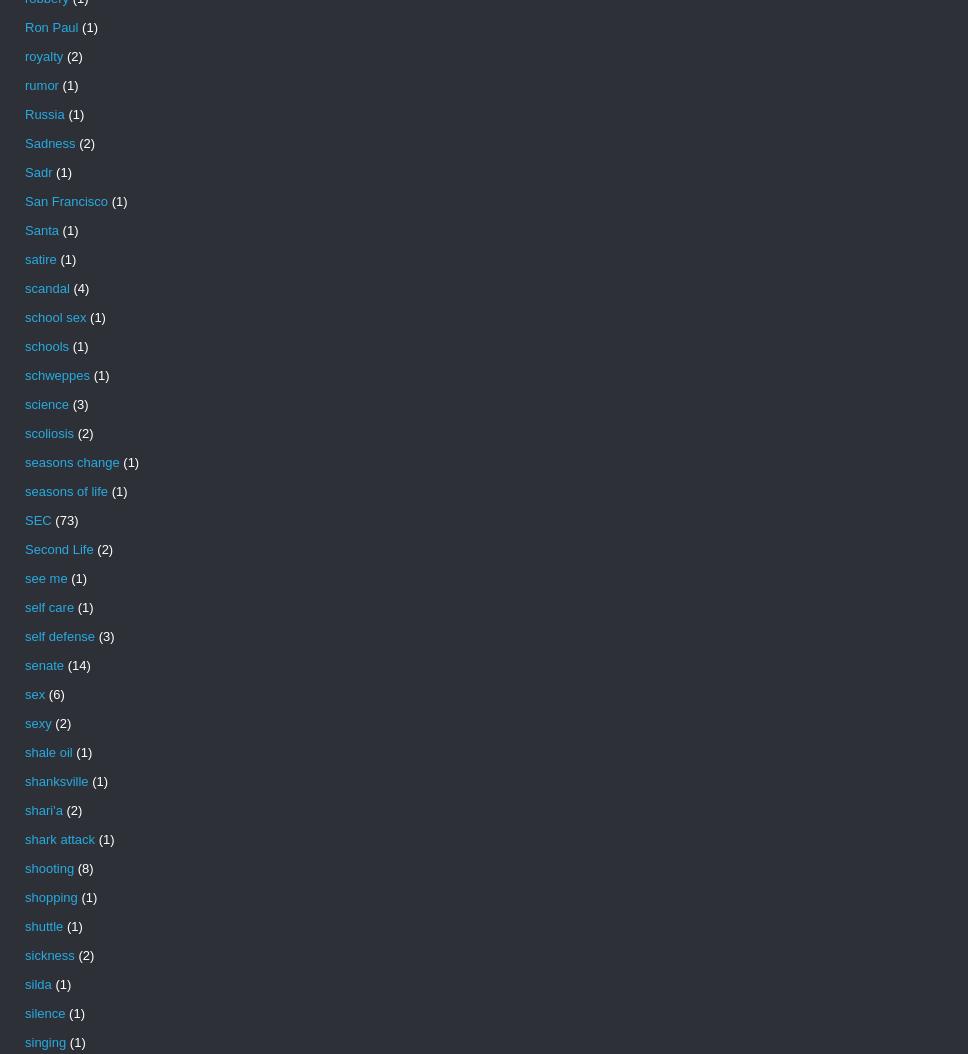 The image size is (968, 1054). What do you see at coordinates (84, 868) in the screenshot?
I see `'(8)'` at bounding box center [84, 868].